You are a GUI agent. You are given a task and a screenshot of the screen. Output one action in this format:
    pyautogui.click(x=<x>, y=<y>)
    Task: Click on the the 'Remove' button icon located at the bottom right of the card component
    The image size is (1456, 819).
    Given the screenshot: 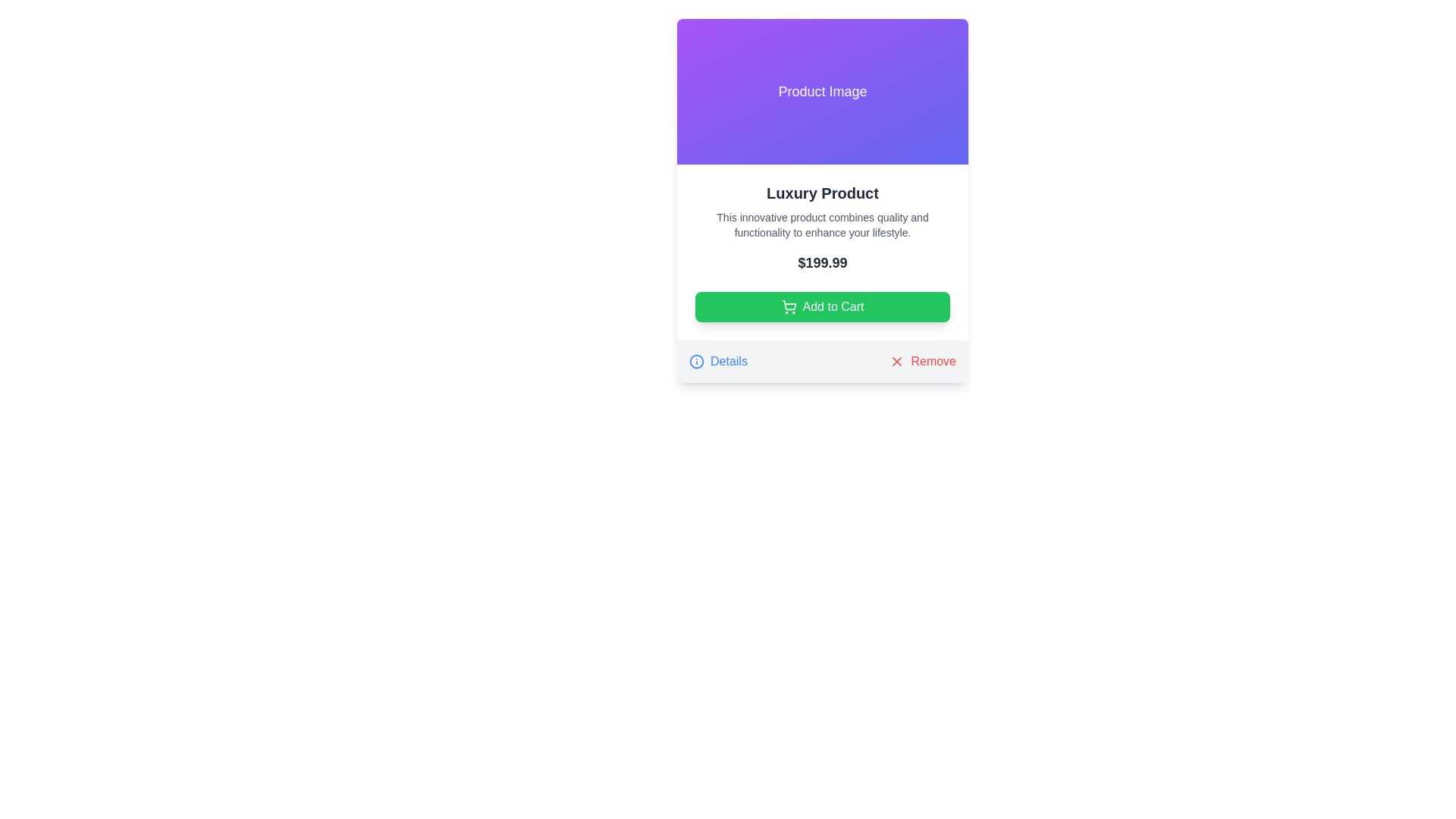 What is the action you would take?
    pyautogui.click(x=897, y=362)
    